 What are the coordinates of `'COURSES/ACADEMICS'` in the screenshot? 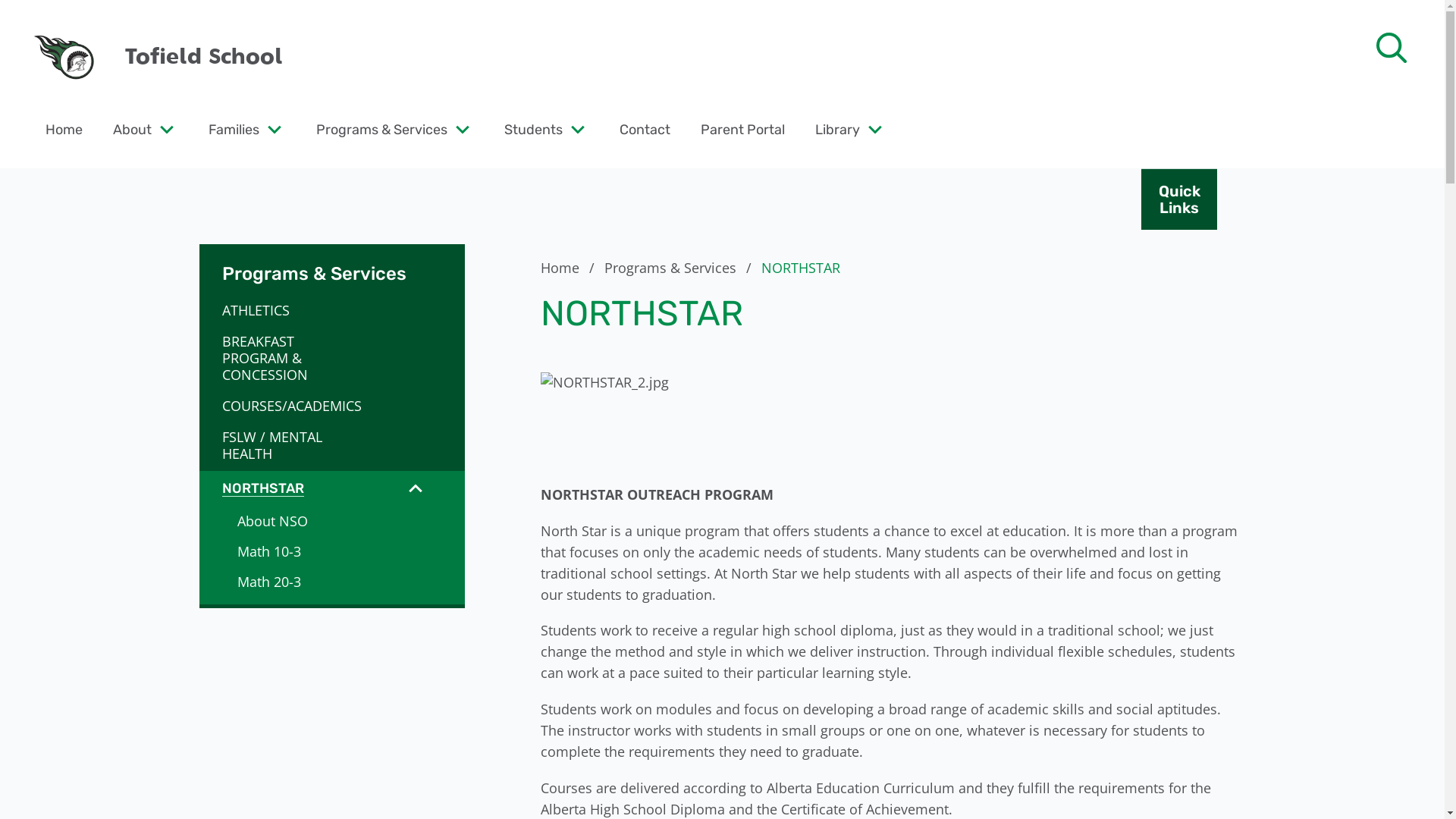 It's located at (287, 405).